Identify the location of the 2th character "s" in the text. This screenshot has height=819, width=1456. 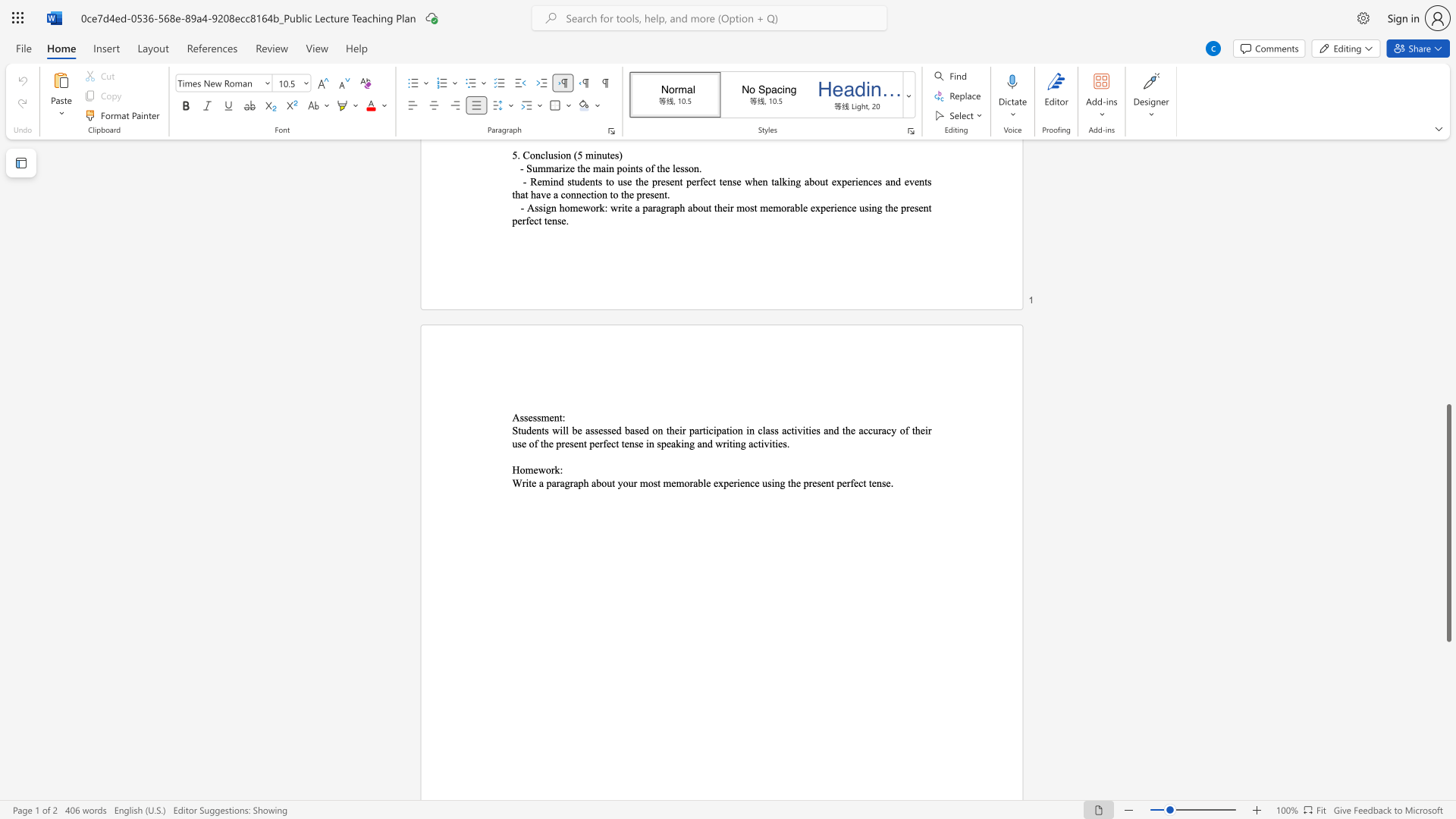
(769, 483).